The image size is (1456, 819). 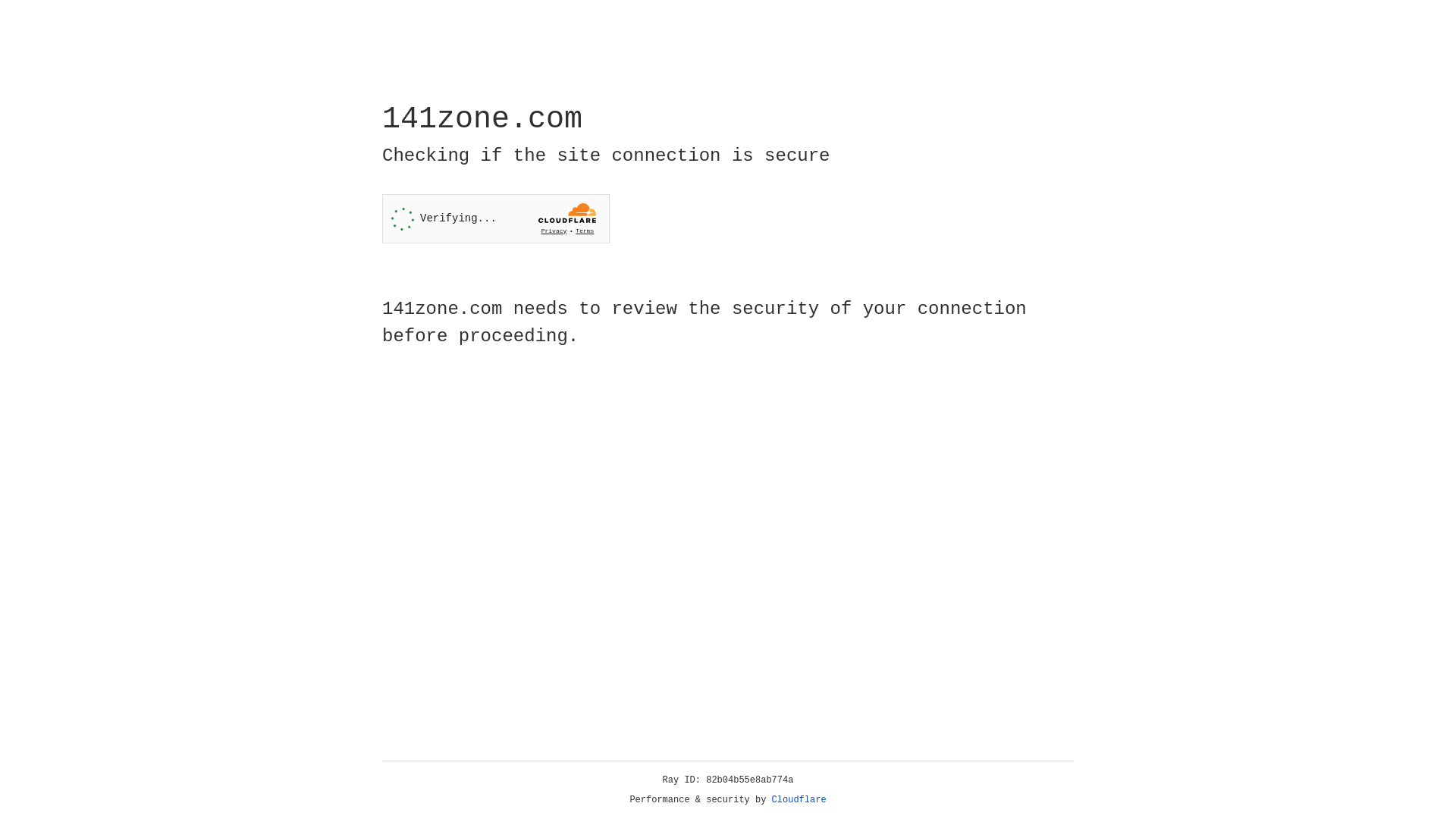 I want to click on 'Widget containing a Cloudflare security challenge', so click(x=495, y=218).